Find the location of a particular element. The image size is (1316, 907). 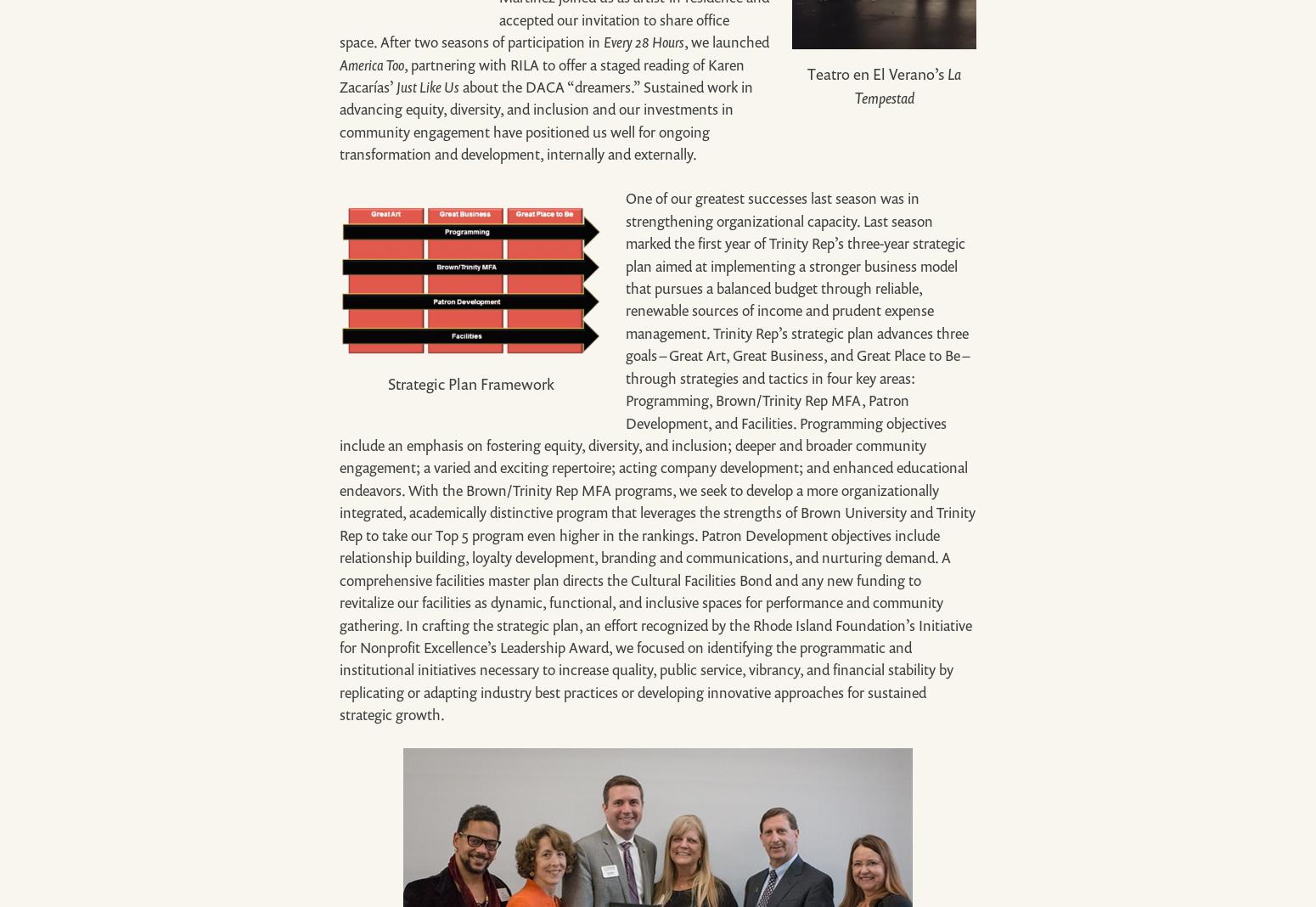

'Just Like Us' is located at coordinates (396, 85).